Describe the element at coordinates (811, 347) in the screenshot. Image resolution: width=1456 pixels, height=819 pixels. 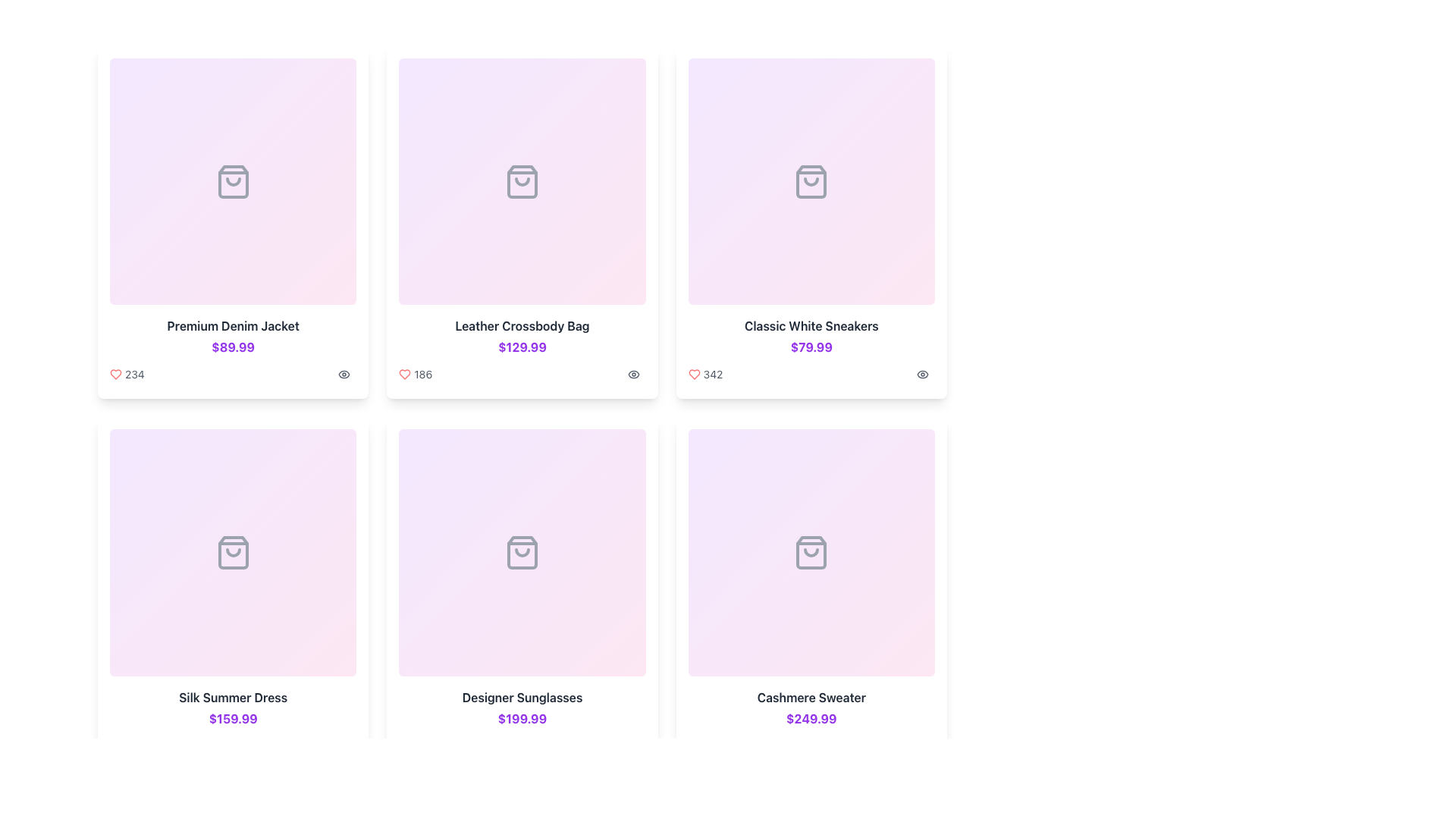
I see `the bold, purple text displaying the price ('$79.99') located within the card for 'Classic White Sneakers', positioned directly below the product name text` at that location.